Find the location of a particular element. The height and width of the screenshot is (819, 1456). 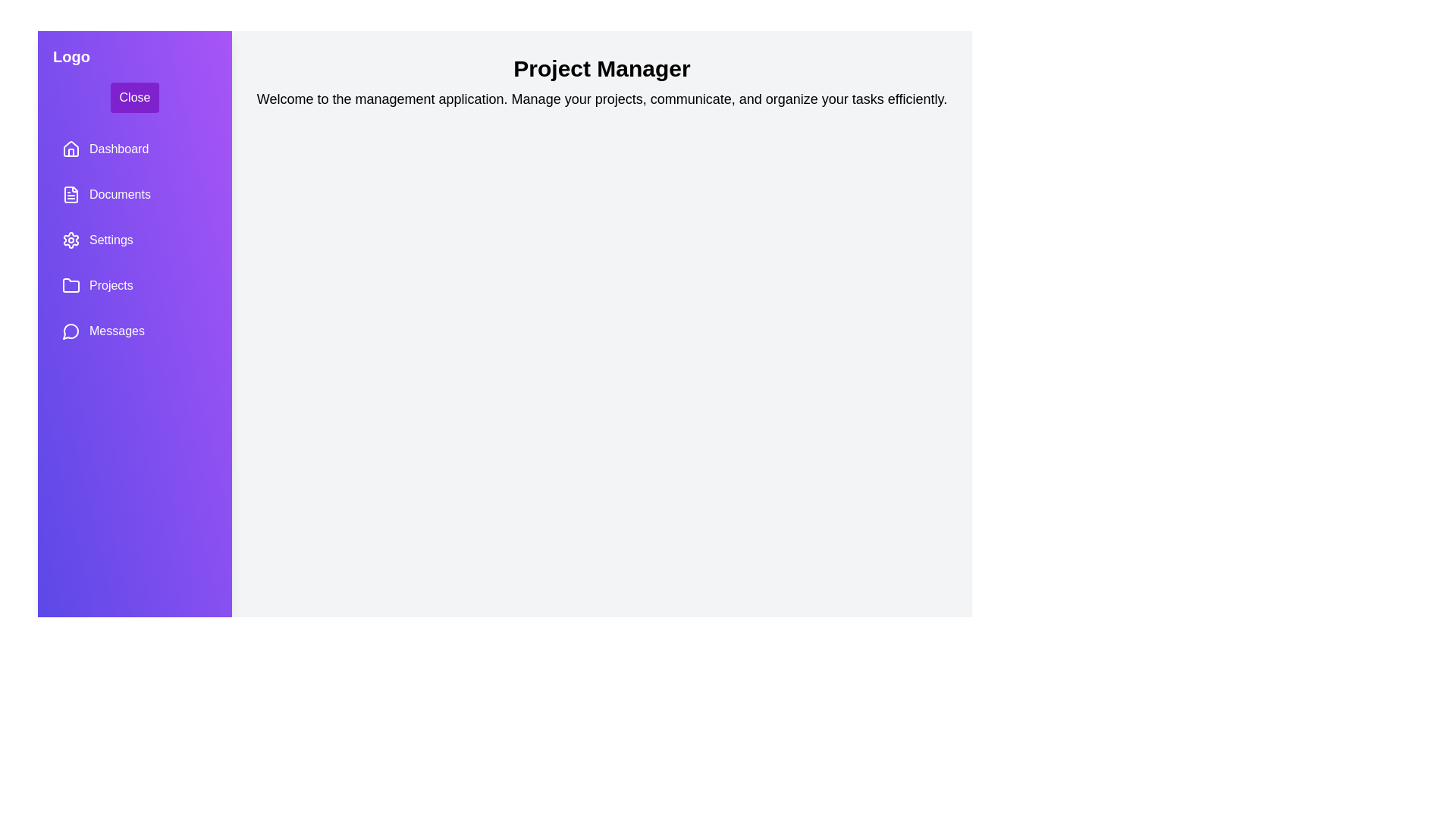

the navigation item labeled Messages to navigate to the respective section is located at coordinates (134, 330).